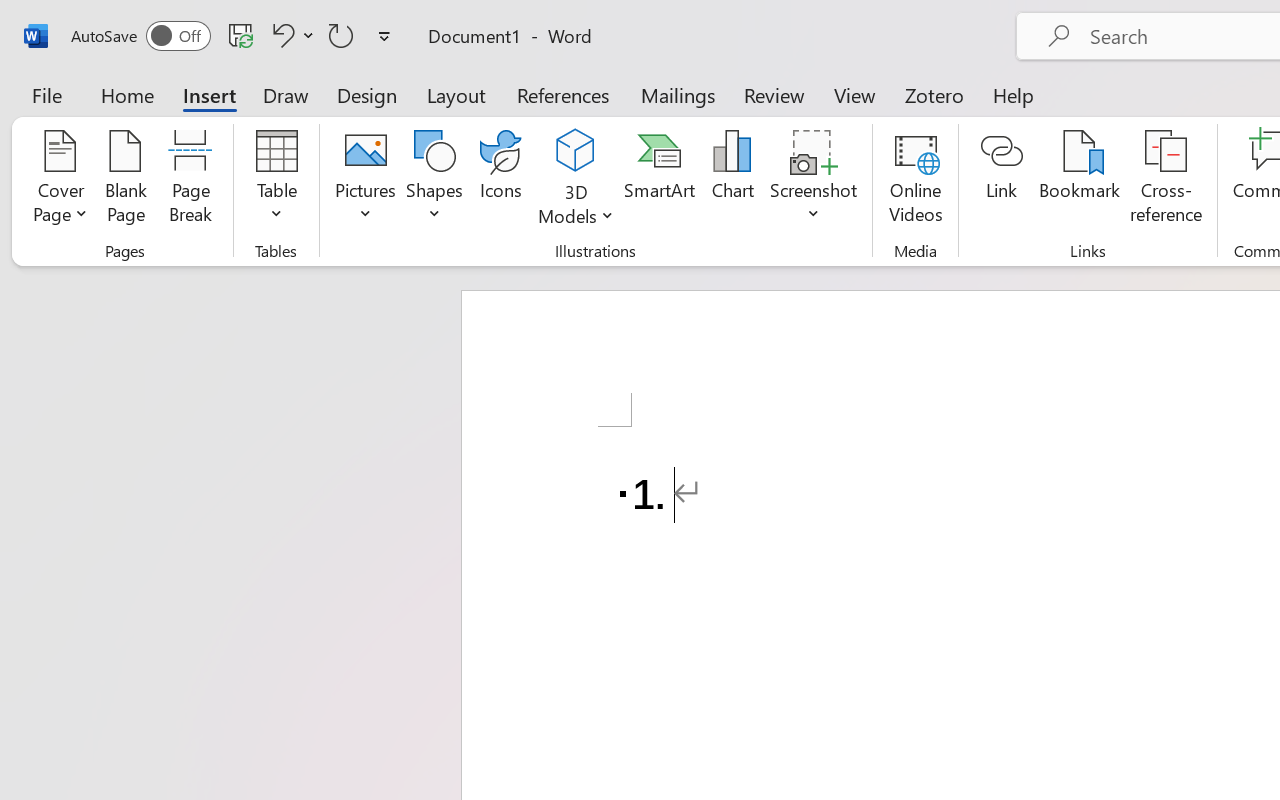 This screenshot has height=800, width=1280. What do you see at coordinates (575, 151) in the screenshot?
I see `'3D Models'` at bounding box center [575, 151].